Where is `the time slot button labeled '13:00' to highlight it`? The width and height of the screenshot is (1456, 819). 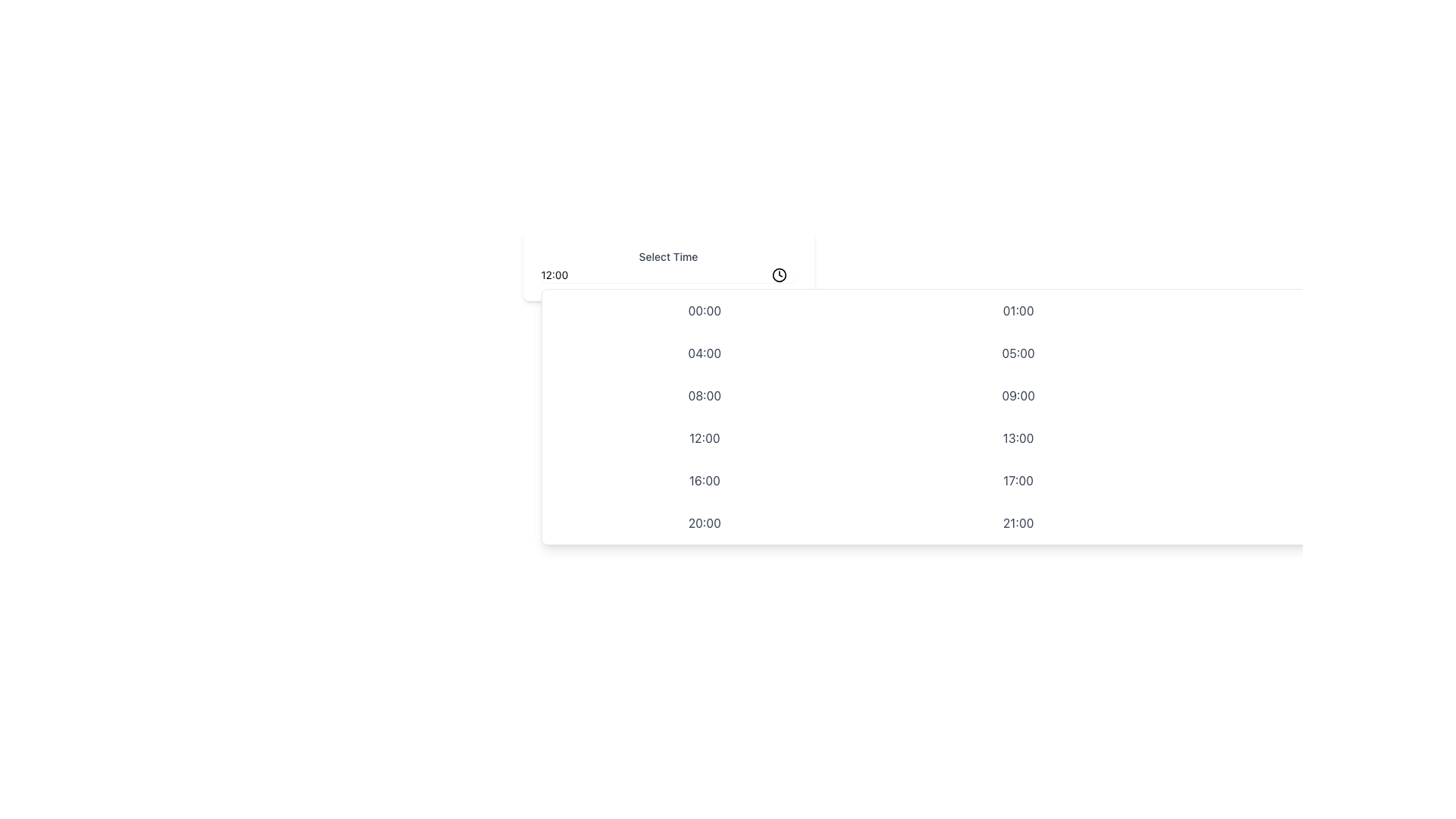
the time slot button labeled '13:00' to highlight it is located at coordinates (1018, 438).